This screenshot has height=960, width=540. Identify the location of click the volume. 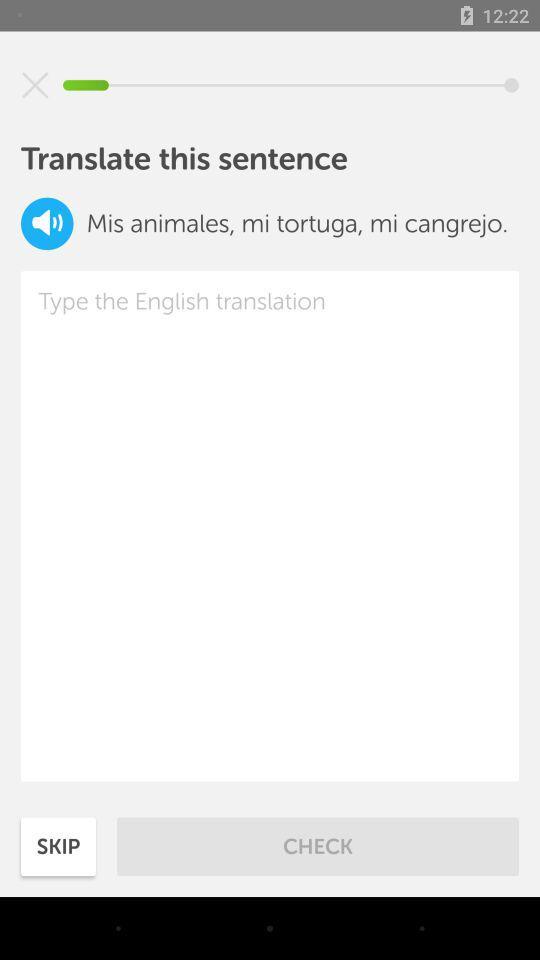
(47, 223).